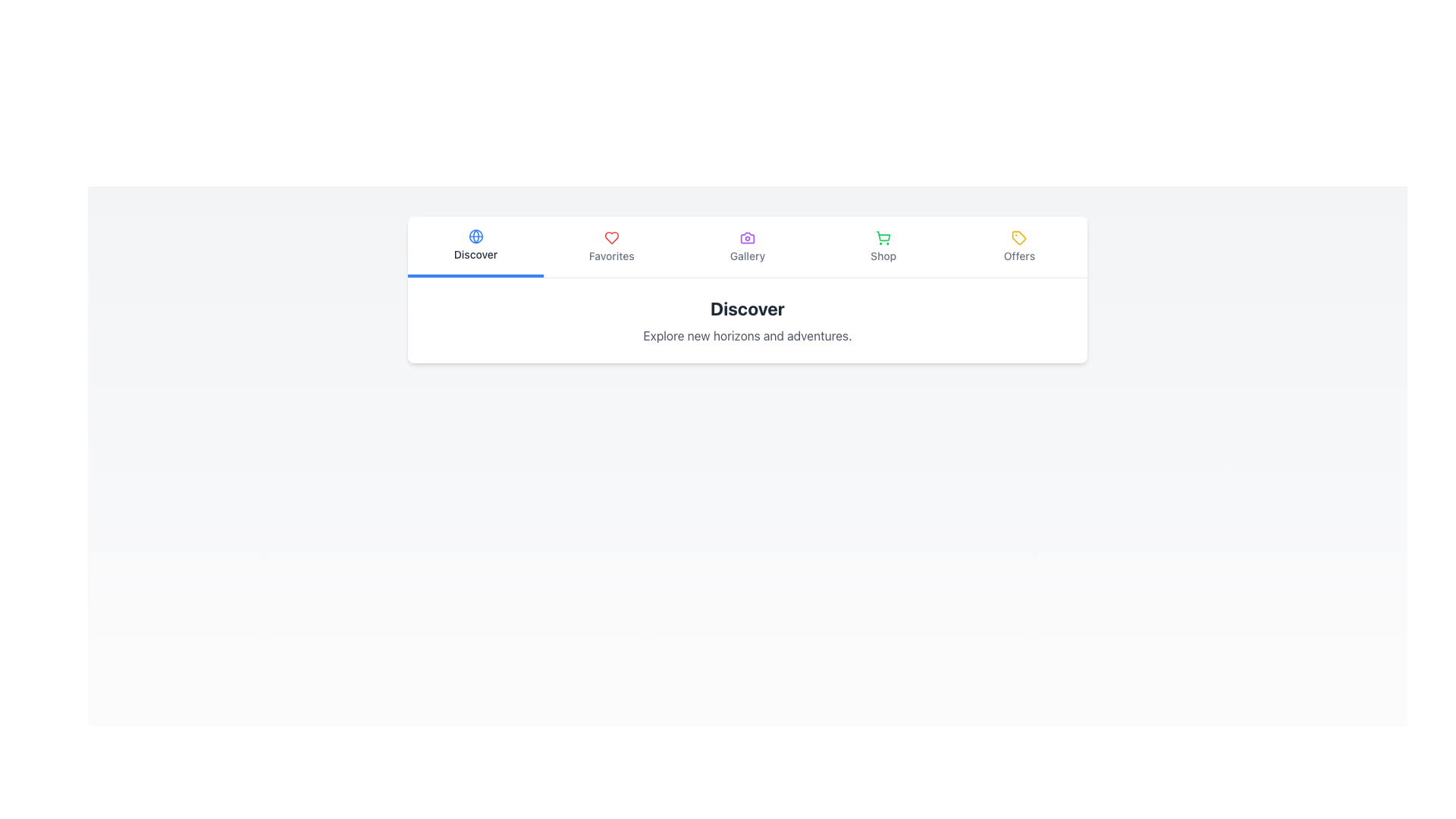 The height and width of the screenshot is (819, 1456). I want to click on the 'Offers' navigation item, which is styled with a yellow tag icon and is located towards the right of the navigation bar, following the 'Shop' item, so click(1019, 246).